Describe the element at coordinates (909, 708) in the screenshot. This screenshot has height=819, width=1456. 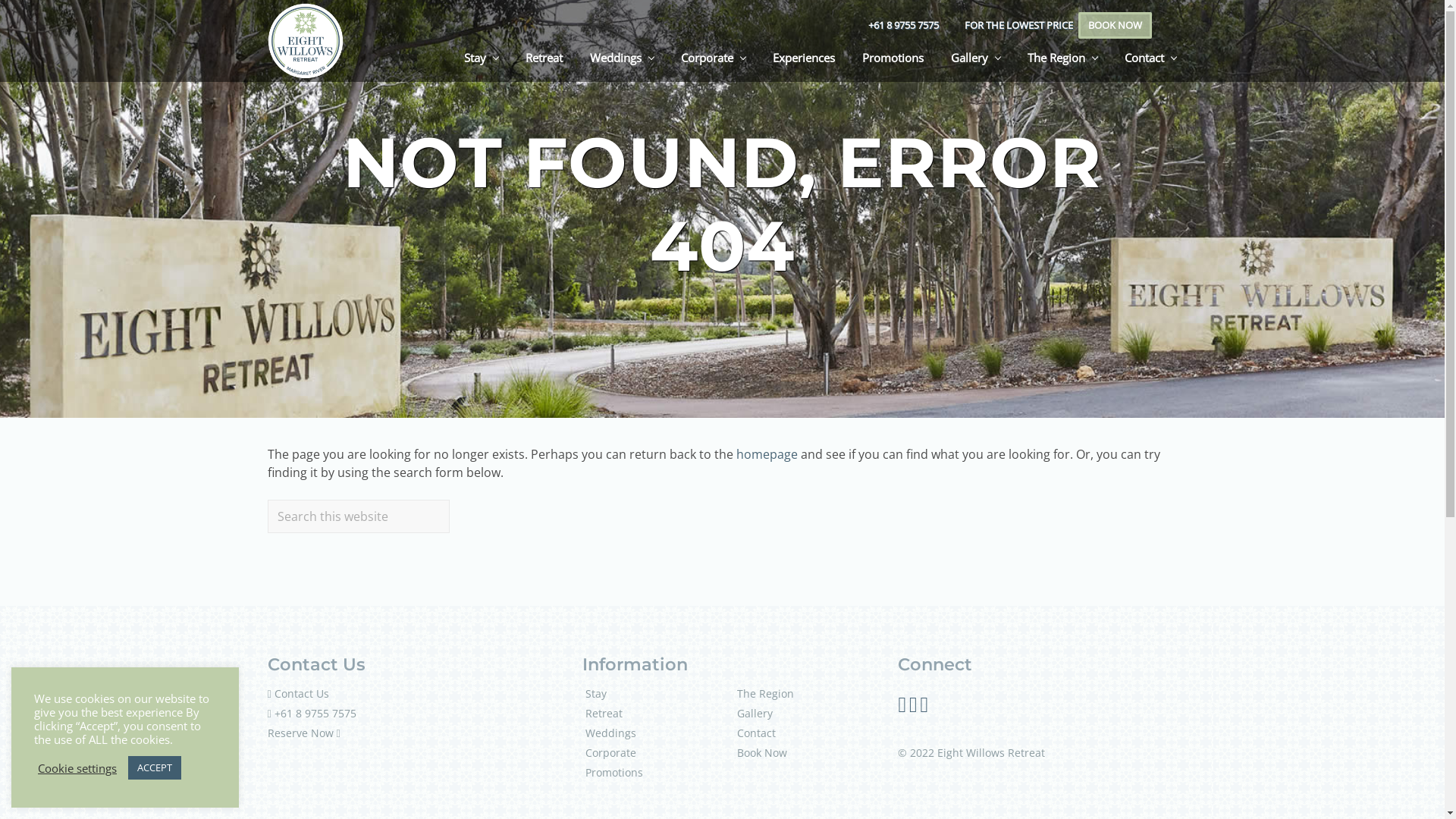
I see `'Follow Us on Instagram'` at that location.